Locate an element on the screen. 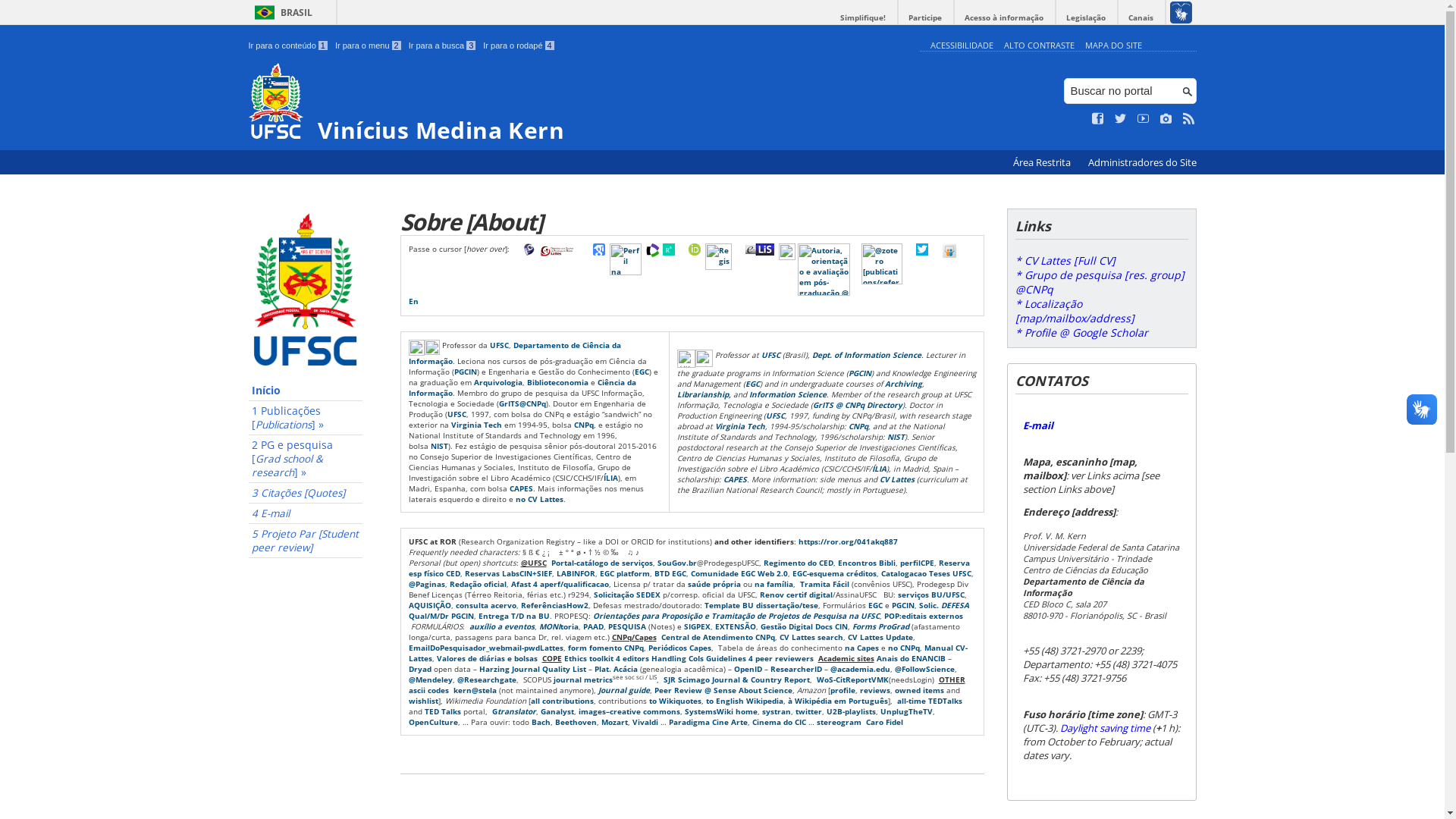 The image size is (1456, 819). 'owned items' is located at coordinates (918, 690).